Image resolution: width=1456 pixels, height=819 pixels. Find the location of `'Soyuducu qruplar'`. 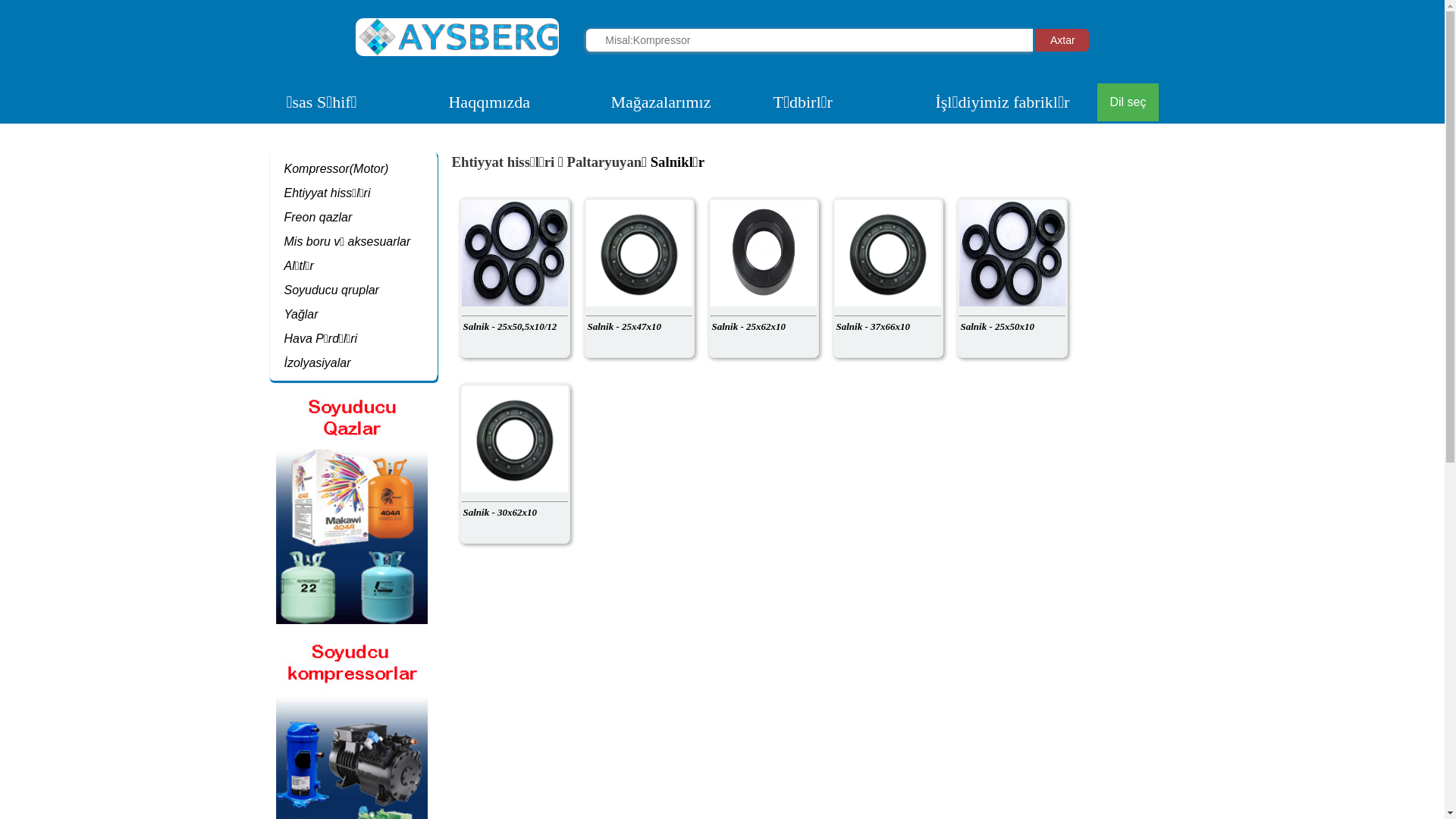

'Soyuducu qruplar' is located at coordinates (331, 290).